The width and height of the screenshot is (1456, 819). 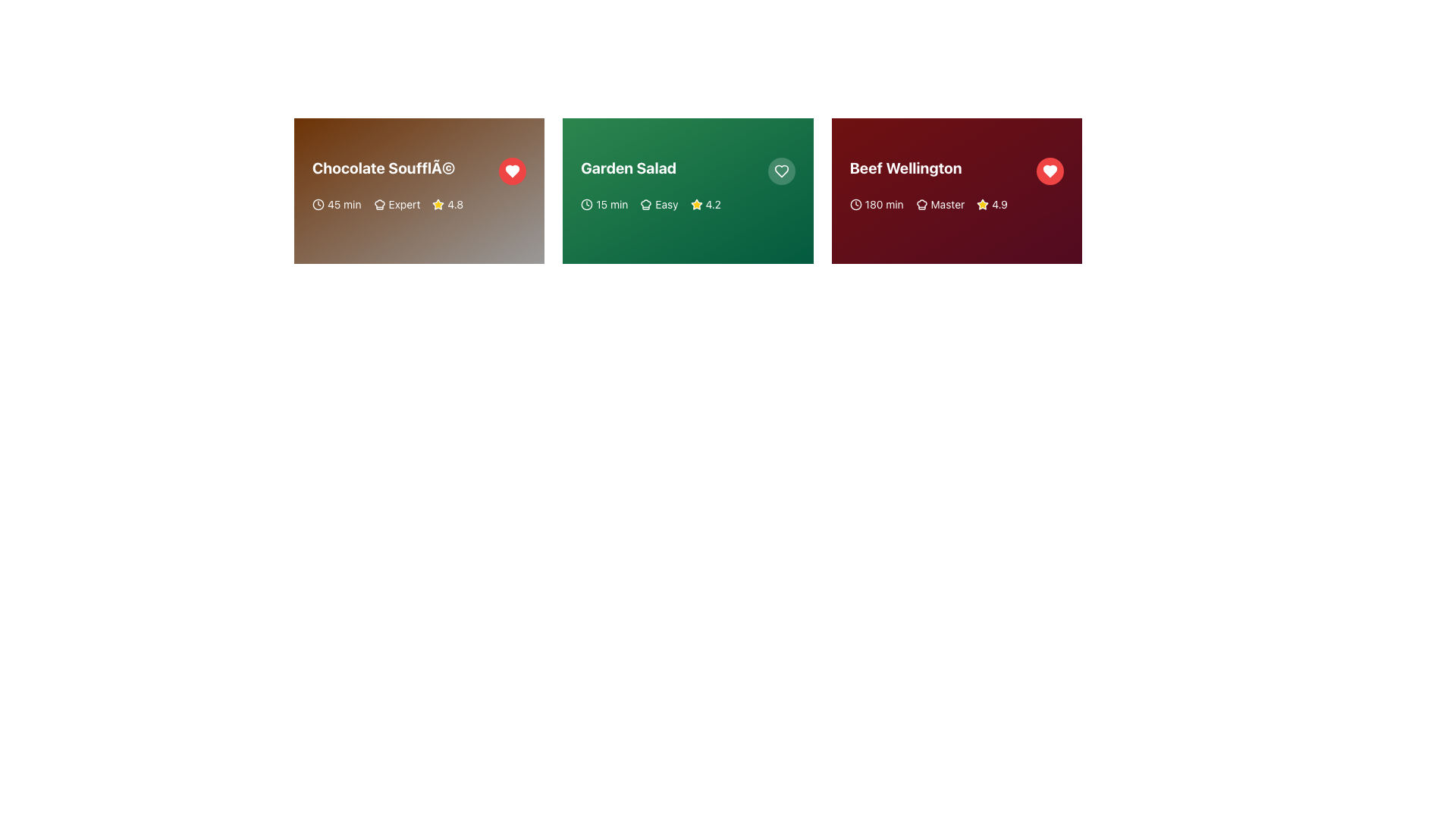 What do you see at coordinates (1050, 171) in the screenshot?
I see `the heart-shaped 'like' button located at the top right corner of the 'Beef Wellington' card` at bounding box center [1050, 171].